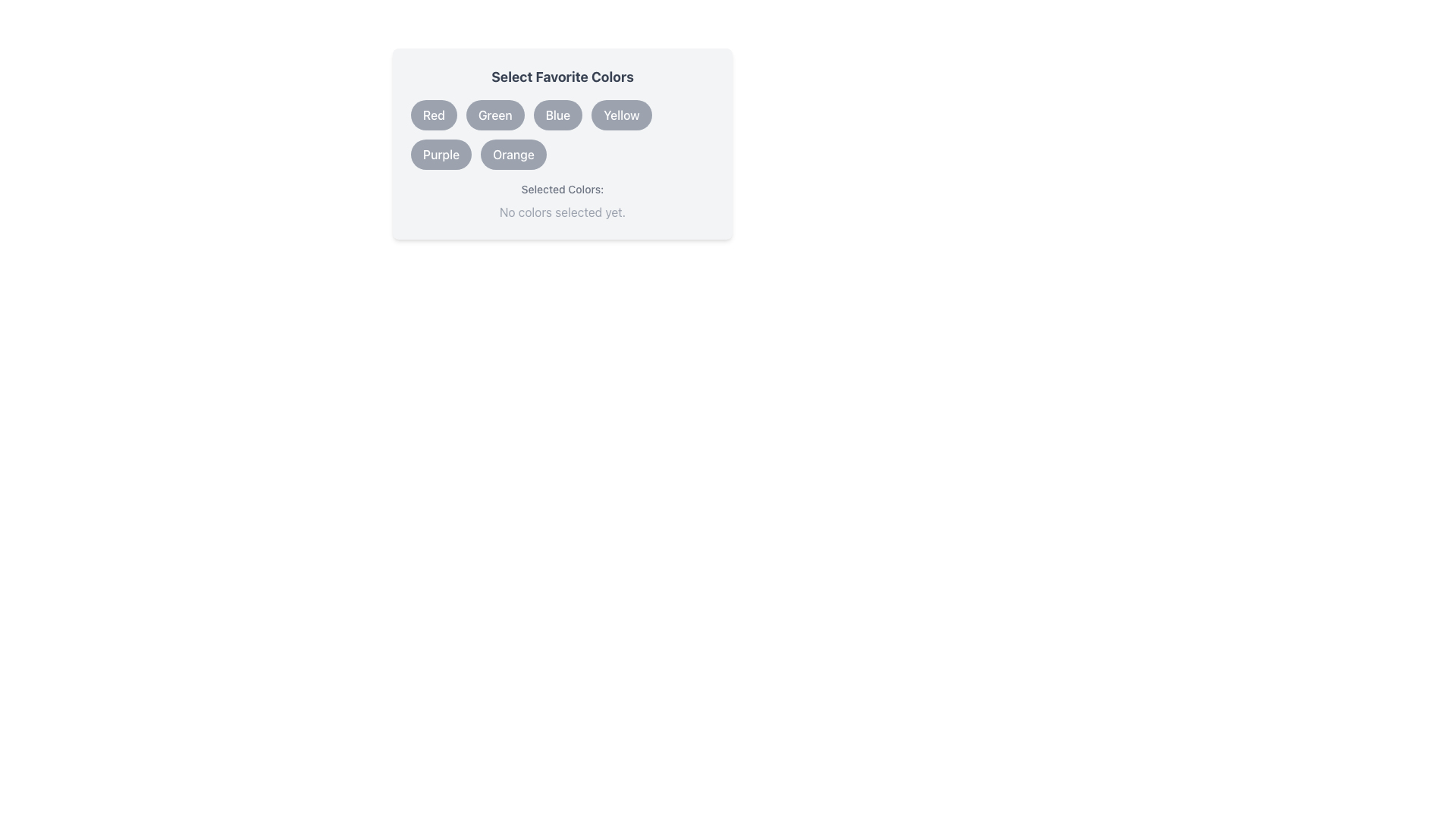 This screenshot has height=819, width=1456. I want to click on the Text Label that indicates no colors have been chosen yet, located below 'Selected Colors:', so click(562, 212).